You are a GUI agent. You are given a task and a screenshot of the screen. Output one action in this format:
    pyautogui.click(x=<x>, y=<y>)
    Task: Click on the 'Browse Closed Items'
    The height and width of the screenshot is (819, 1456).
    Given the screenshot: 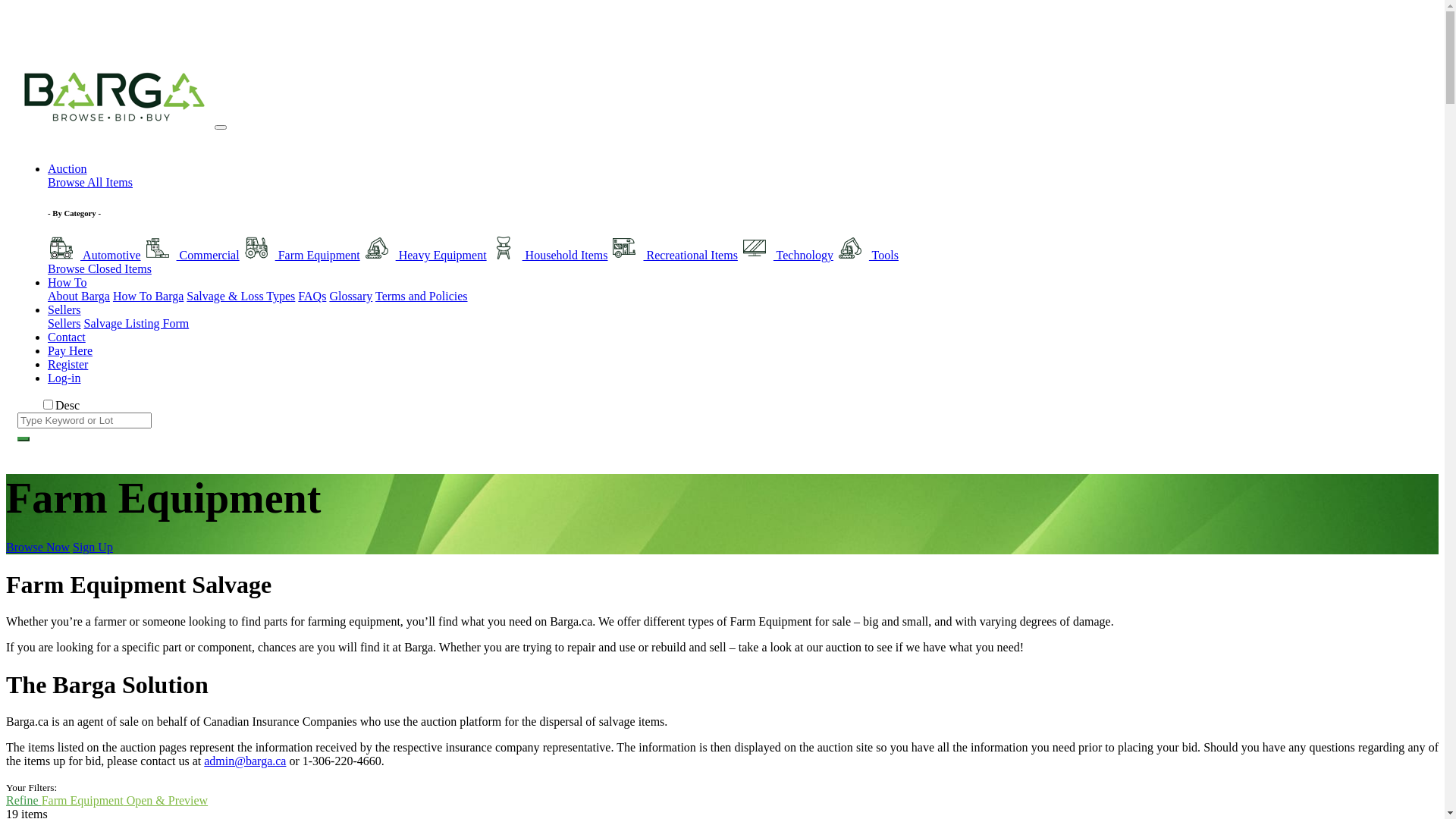 What is the action you would take?
    pyautogui.click(x=99, y=268)
    